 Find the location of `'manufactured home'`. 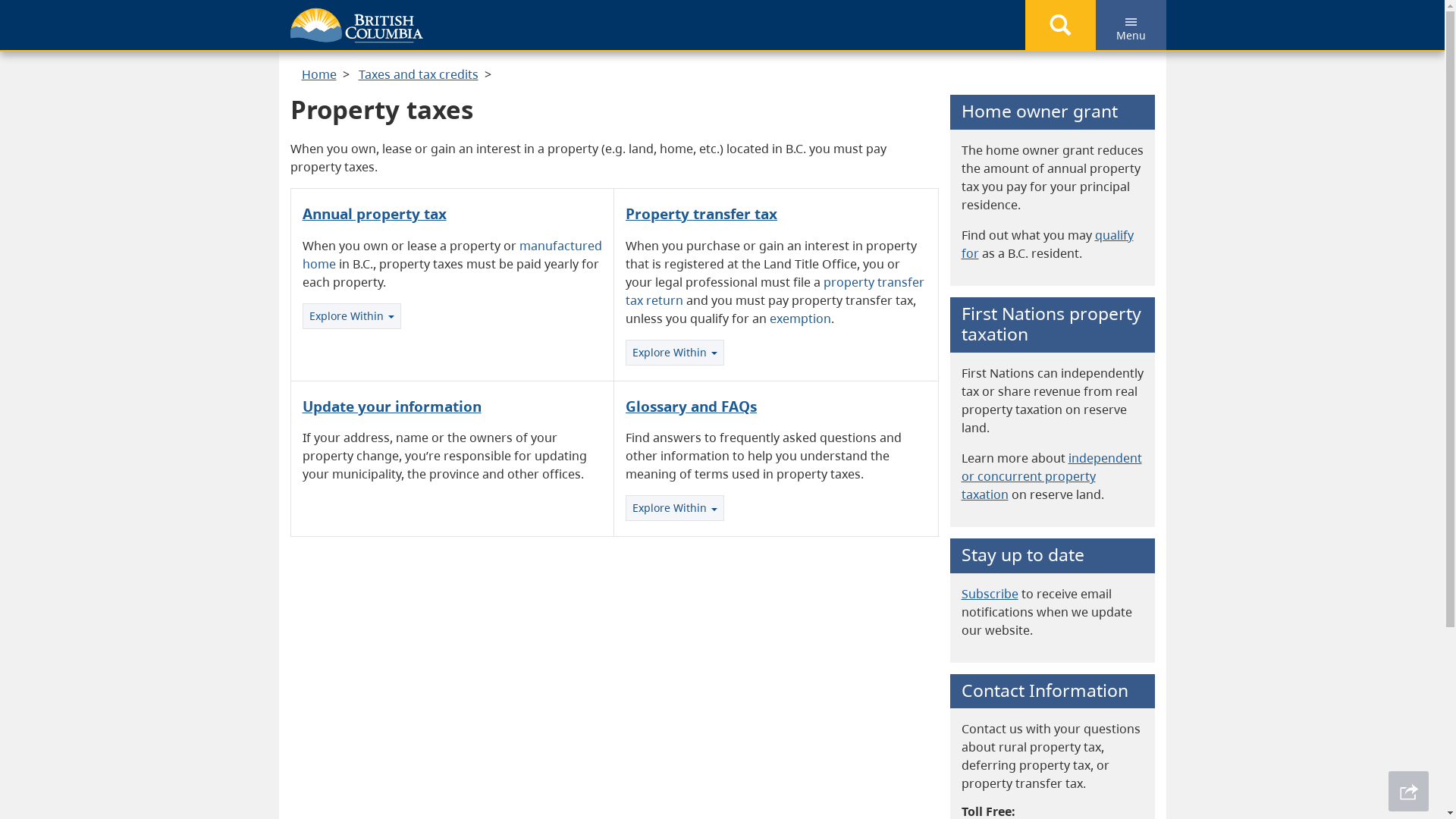

'manufactured home' is located at coordinates (450, 253).